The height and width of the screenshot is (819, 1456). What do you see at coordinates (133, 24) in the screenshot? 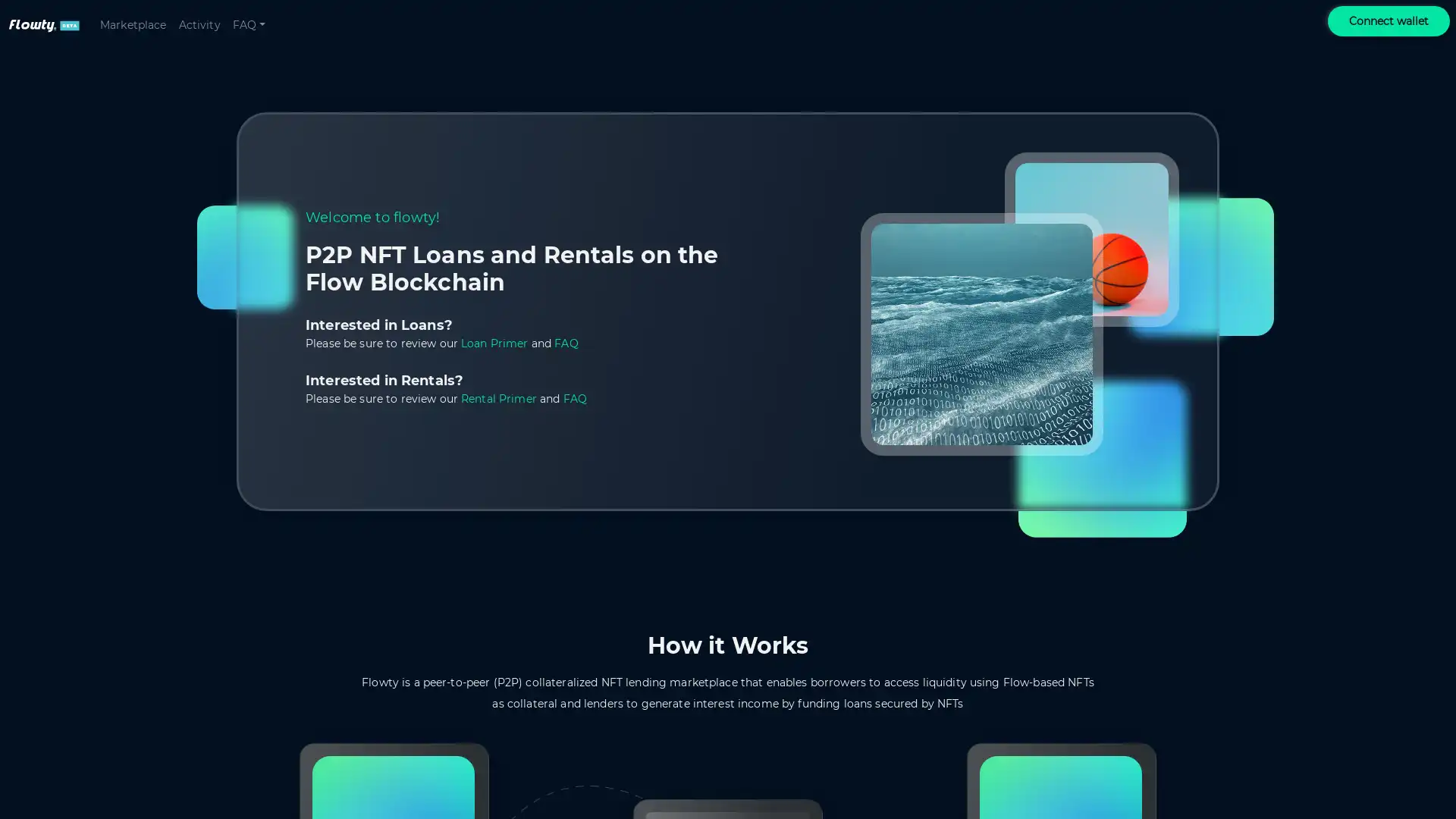
I see `Marketplace` at bounding box center [133, 24].